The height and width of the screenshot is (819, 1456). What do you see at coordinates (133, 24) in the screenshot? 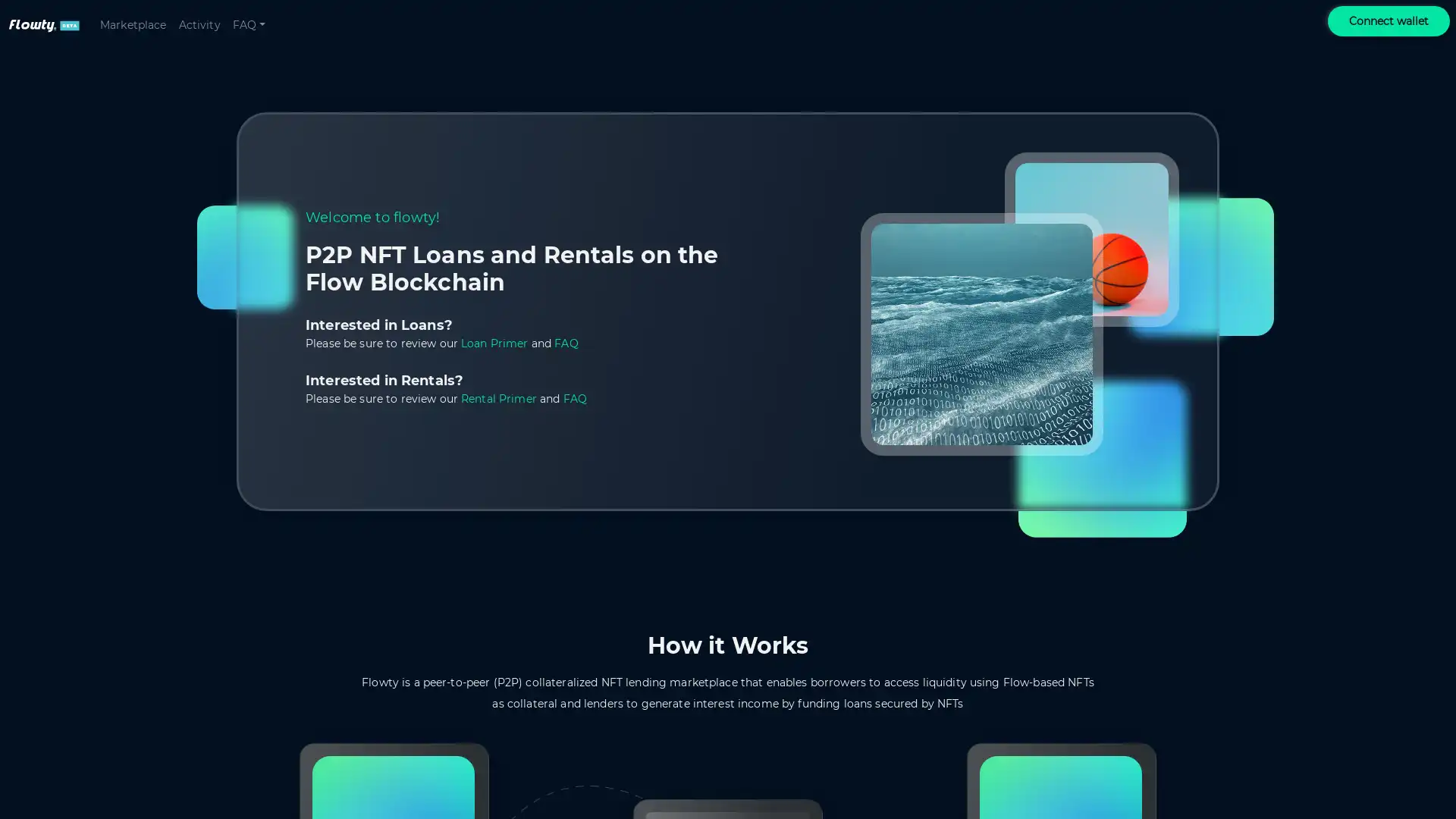
I see `Marketplace` at bounding box center [133, 24].